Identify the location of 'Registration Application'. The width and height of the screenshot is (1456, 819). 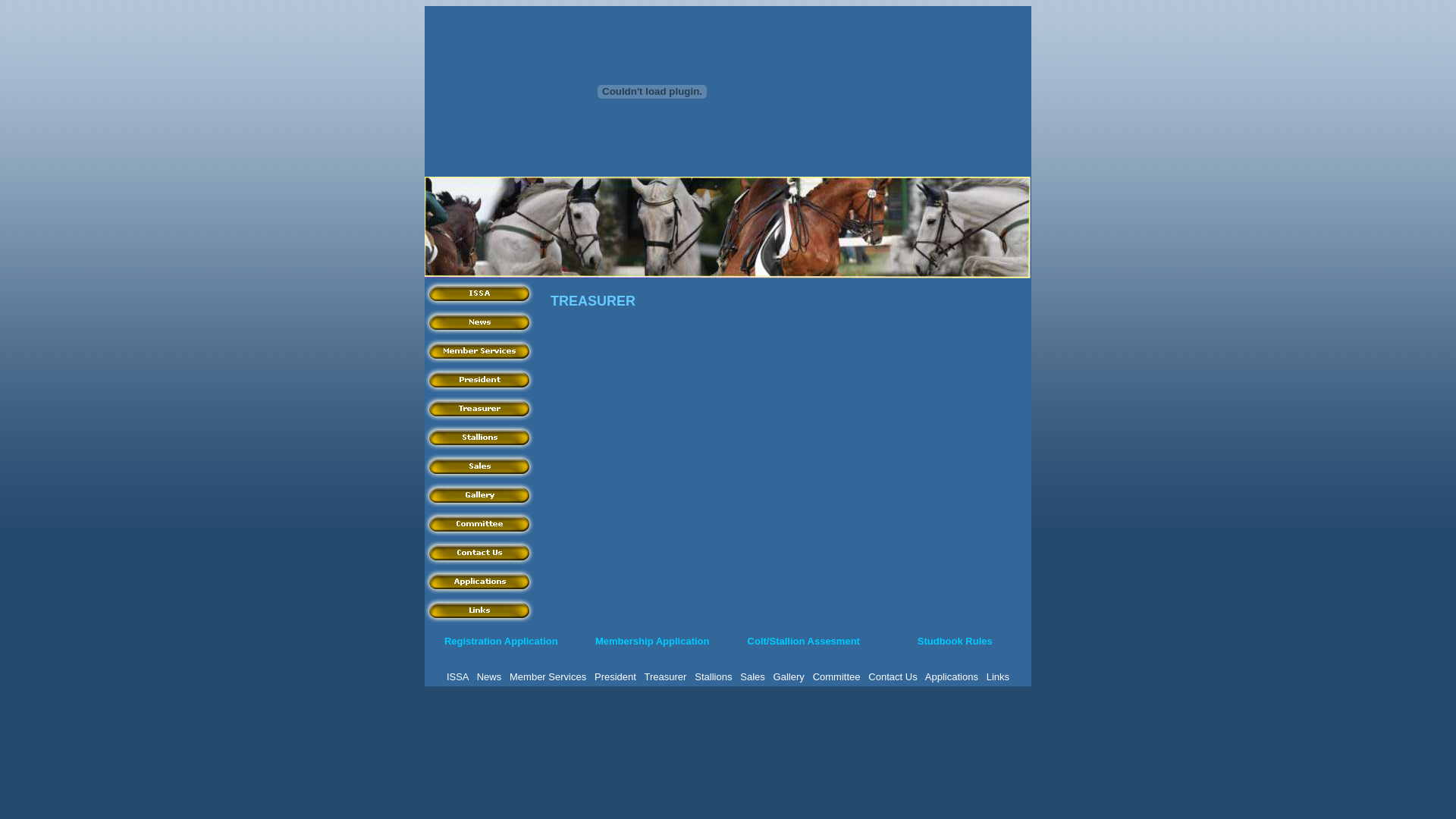
(501, 641).